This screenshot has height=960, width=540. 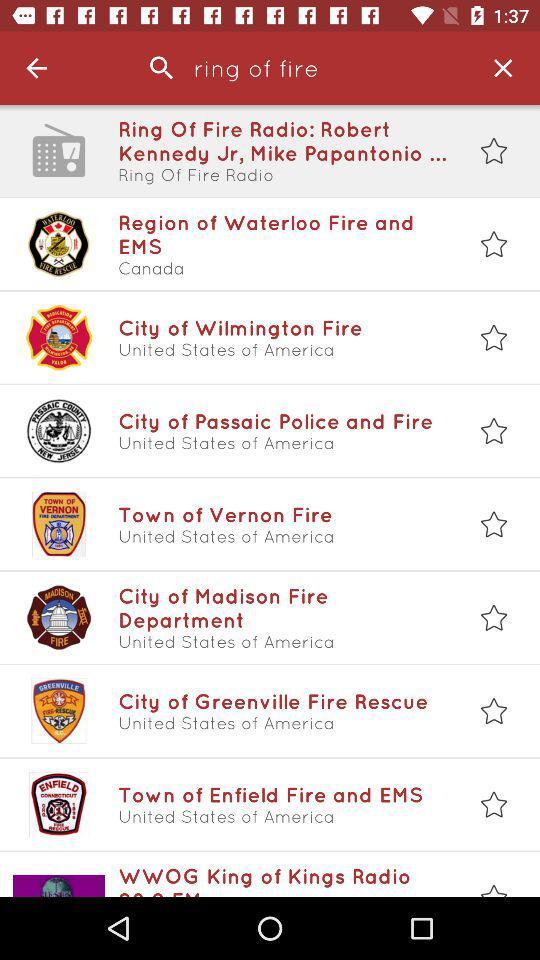 I want to click on the region of waterloo item, so click(x=282, y=234).